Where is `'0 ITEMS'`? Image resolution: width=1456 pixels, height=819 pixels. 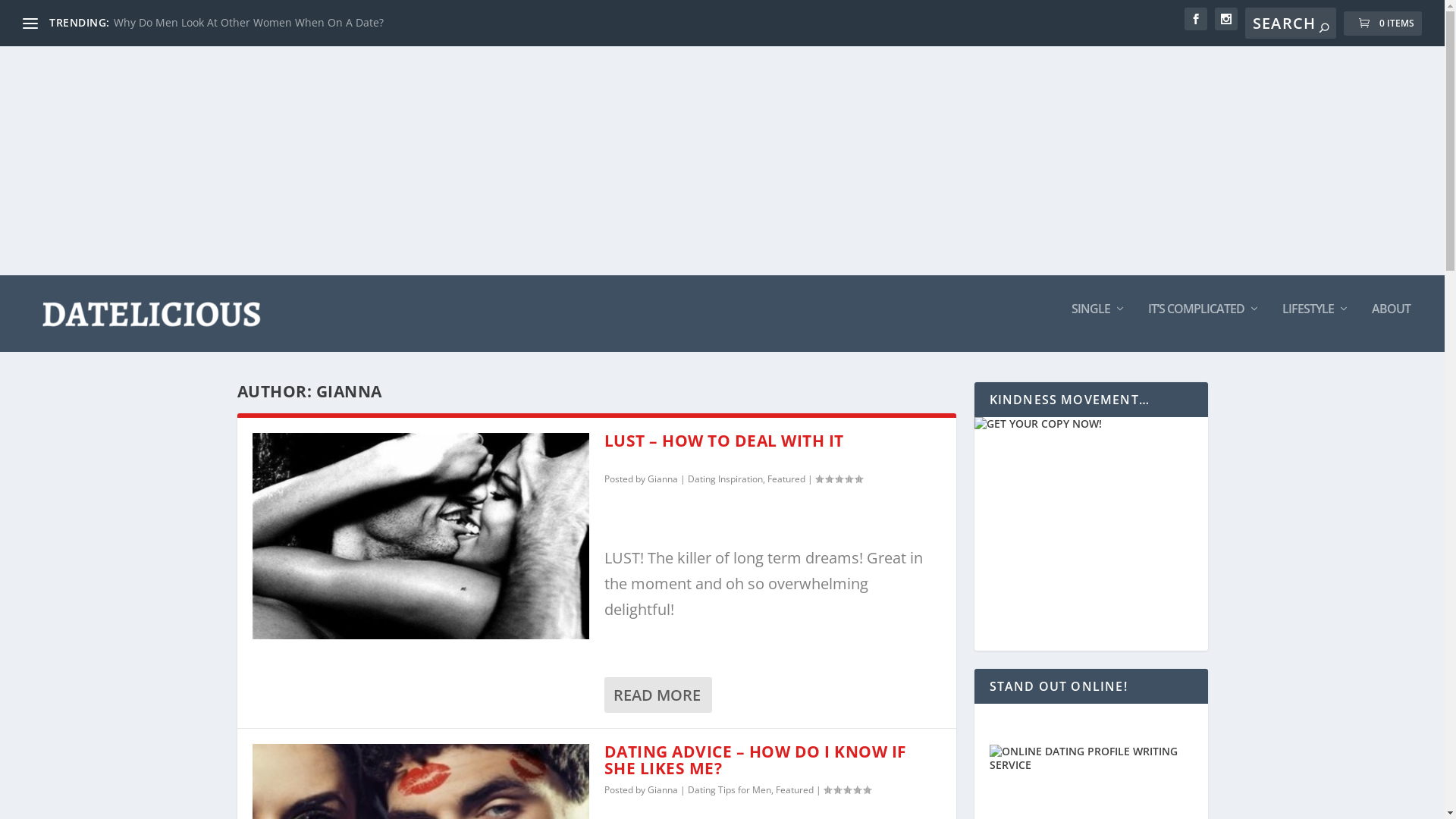
'0 ITEMS' is located at coordinates (1382, 23).